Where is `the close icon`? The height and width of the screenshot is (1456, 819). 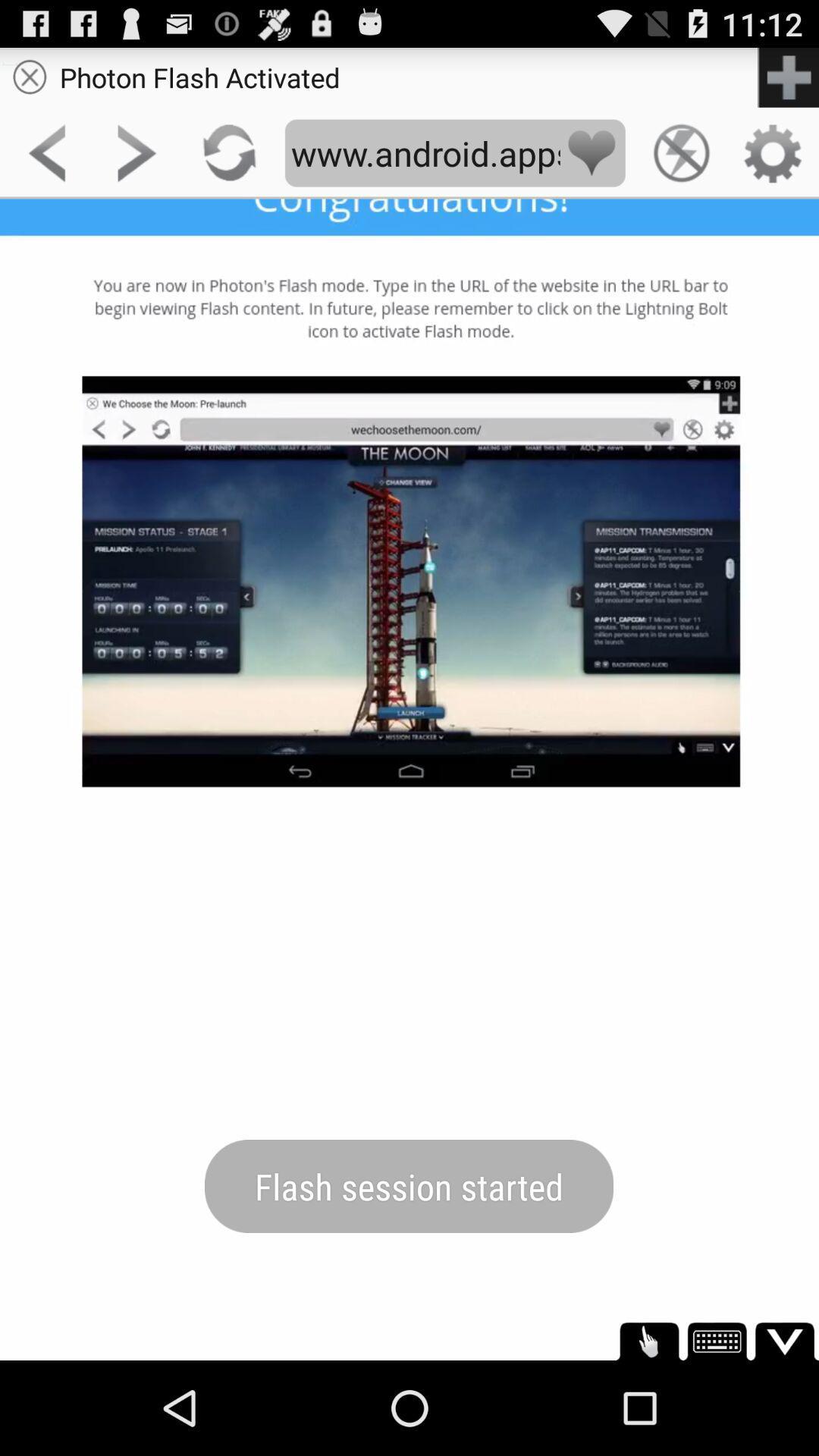 the close icon is located at coordinates (30, 82).